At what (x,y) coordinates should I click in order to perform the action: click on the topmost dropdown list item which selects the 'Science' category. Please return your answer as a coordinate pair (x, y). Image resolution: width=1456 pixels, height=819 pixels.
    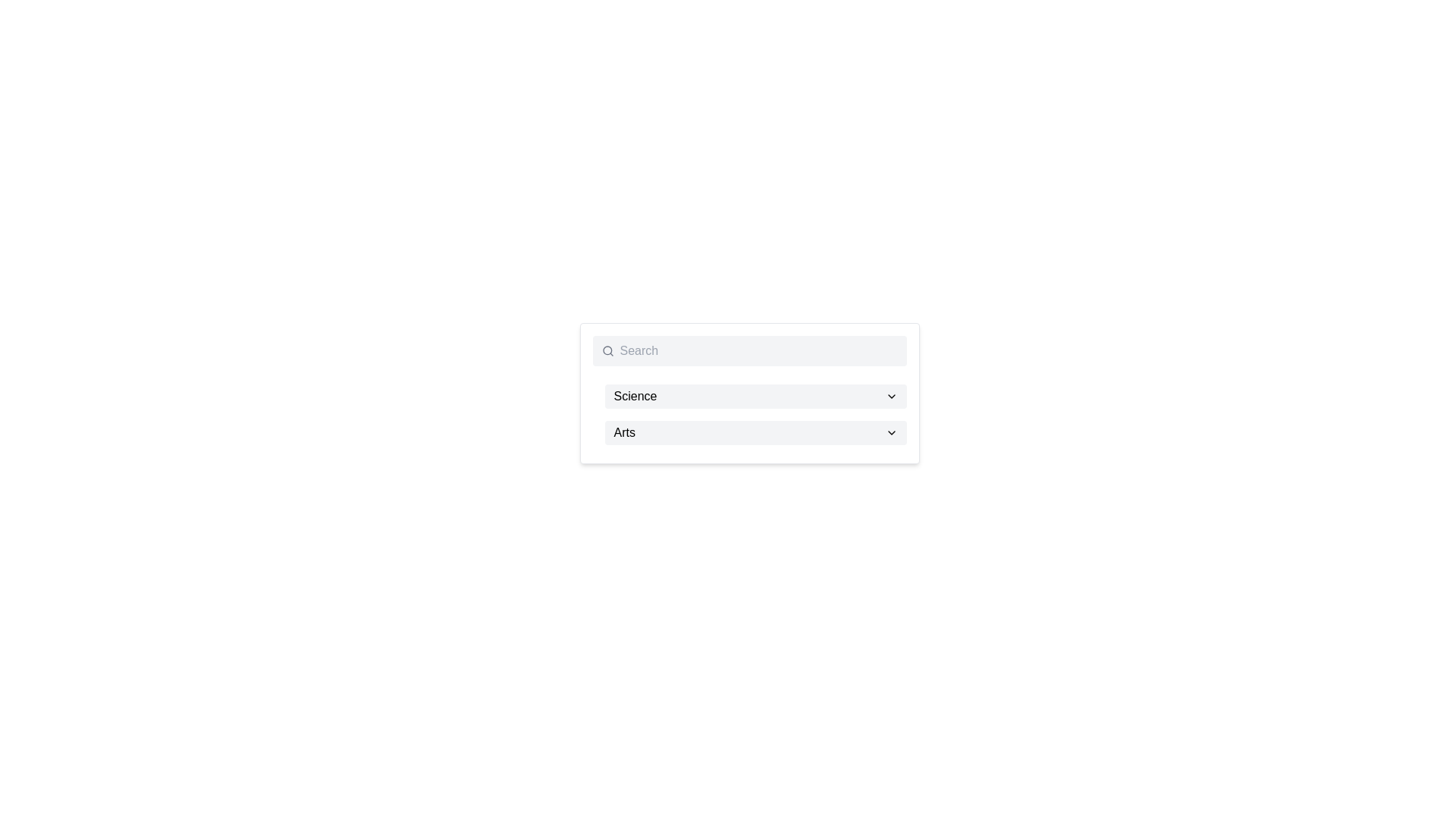
    Looking at the image, I should click on (755, 396).